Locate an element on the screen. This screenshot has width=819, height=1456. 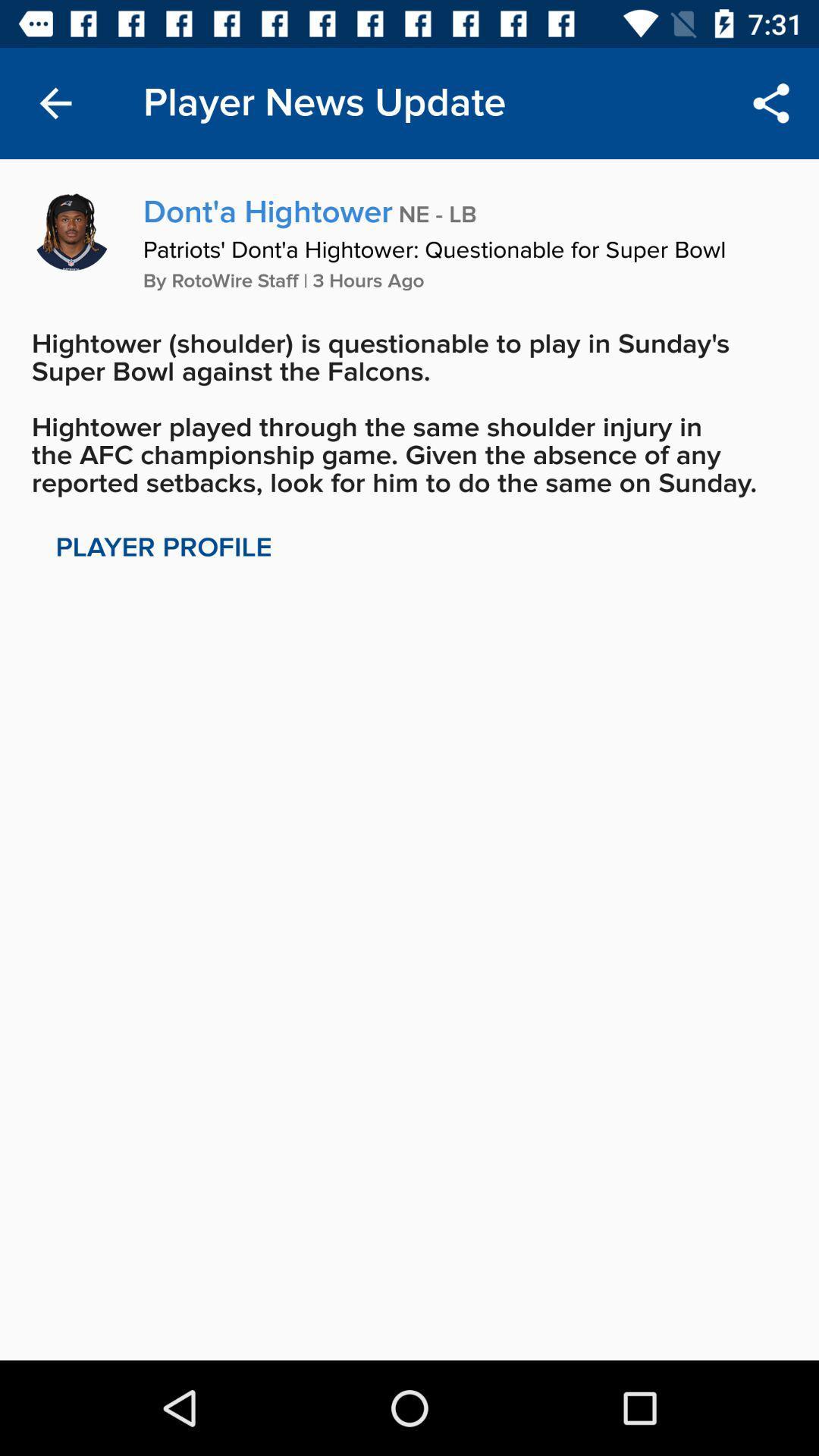
the hightower shoulder is is located at coordinates (409, 413).